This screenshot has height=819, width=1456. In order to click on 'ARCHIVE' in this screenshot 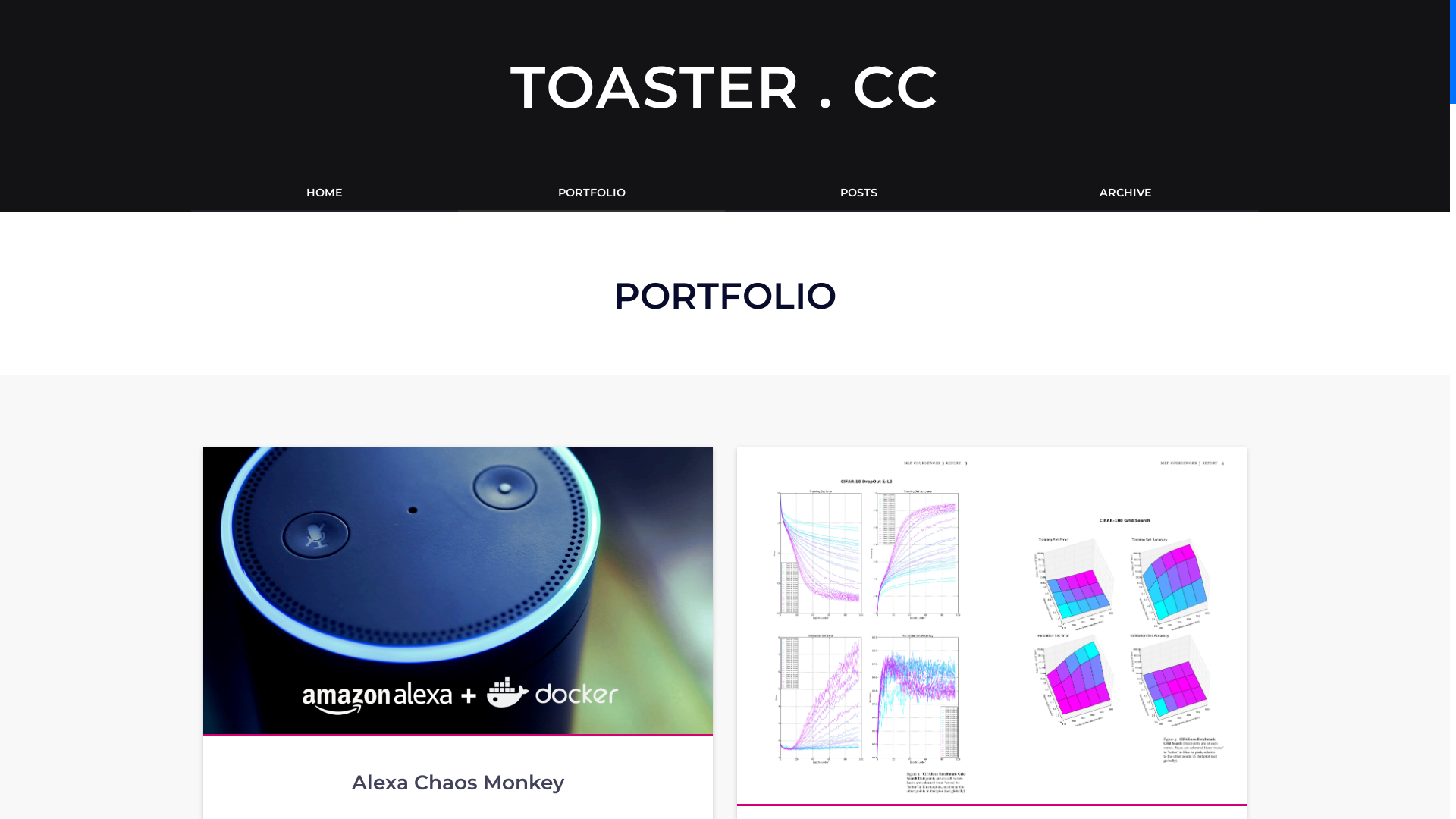, I will do `click(1125, 192)`.